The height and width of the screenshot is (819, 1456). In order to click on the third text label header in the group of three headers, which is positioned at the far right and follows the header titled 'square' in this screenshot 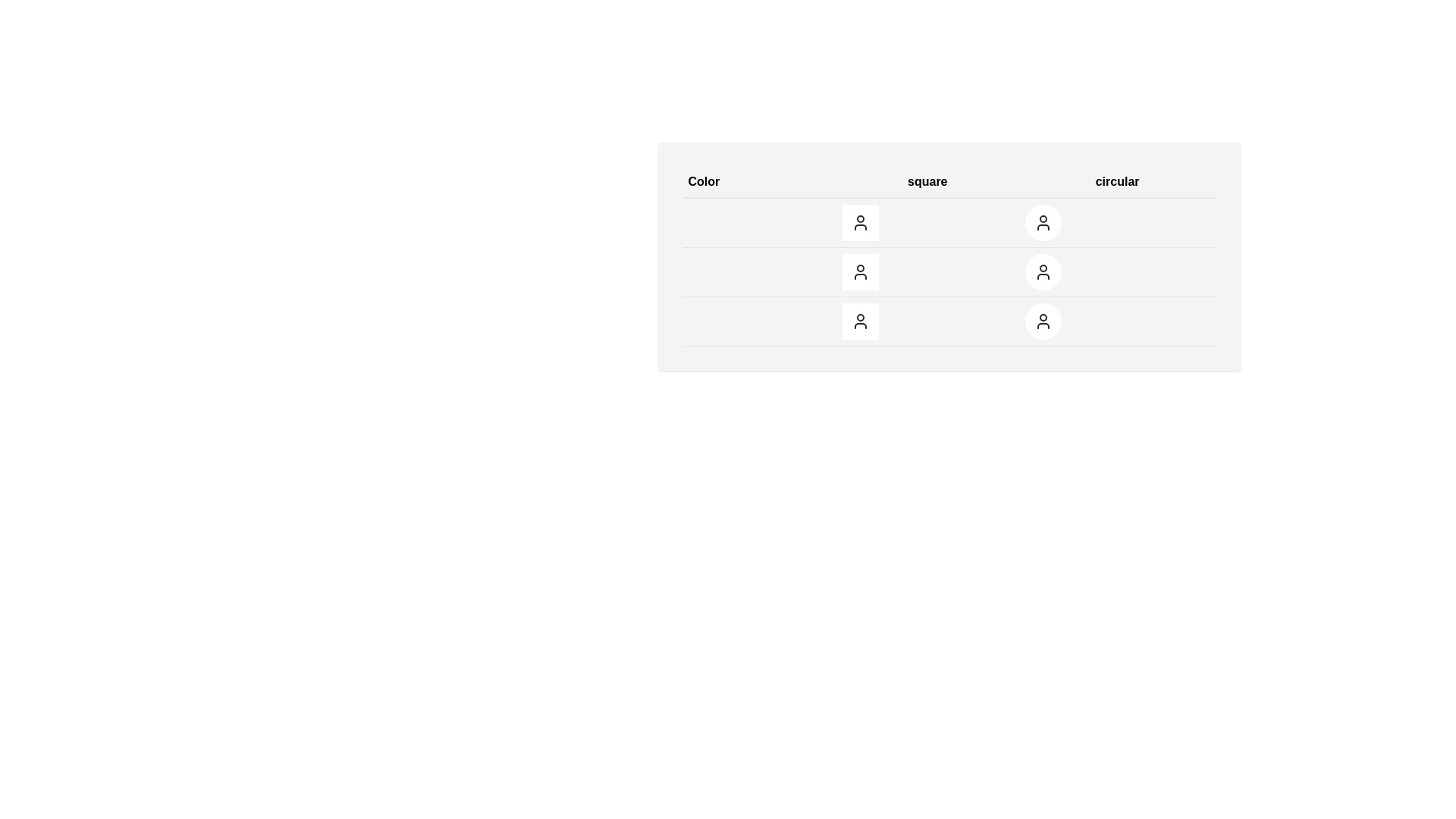, I will do `click(1117, 181)`.